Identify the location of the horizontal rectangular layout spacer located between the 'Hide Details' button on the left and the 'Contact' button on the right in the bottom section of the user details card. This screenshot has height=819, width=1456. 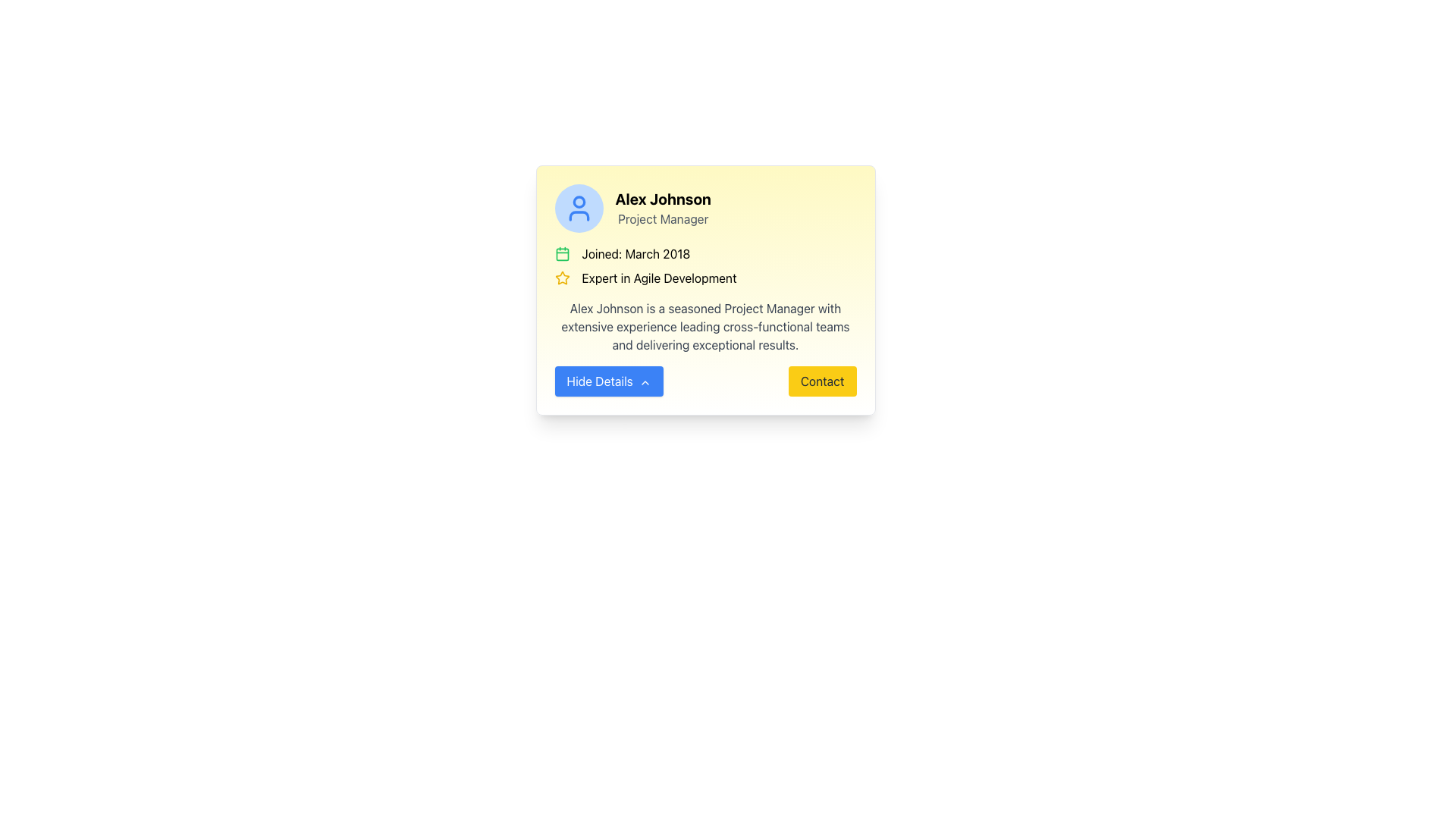
(704, 380).